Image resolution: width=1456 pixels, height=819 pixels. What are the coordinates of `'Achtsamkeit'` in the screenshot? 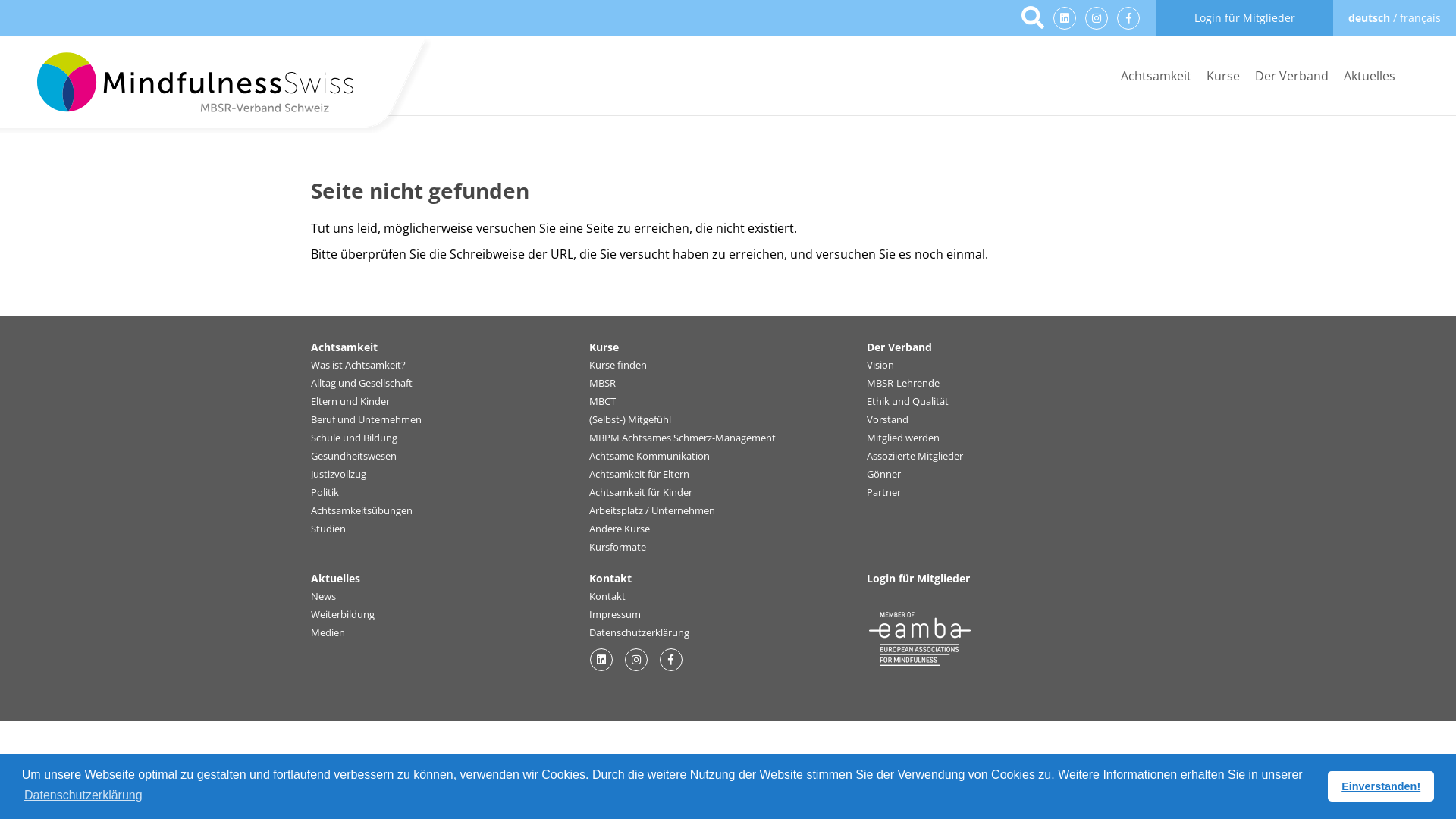 It's located at (1155, 76).